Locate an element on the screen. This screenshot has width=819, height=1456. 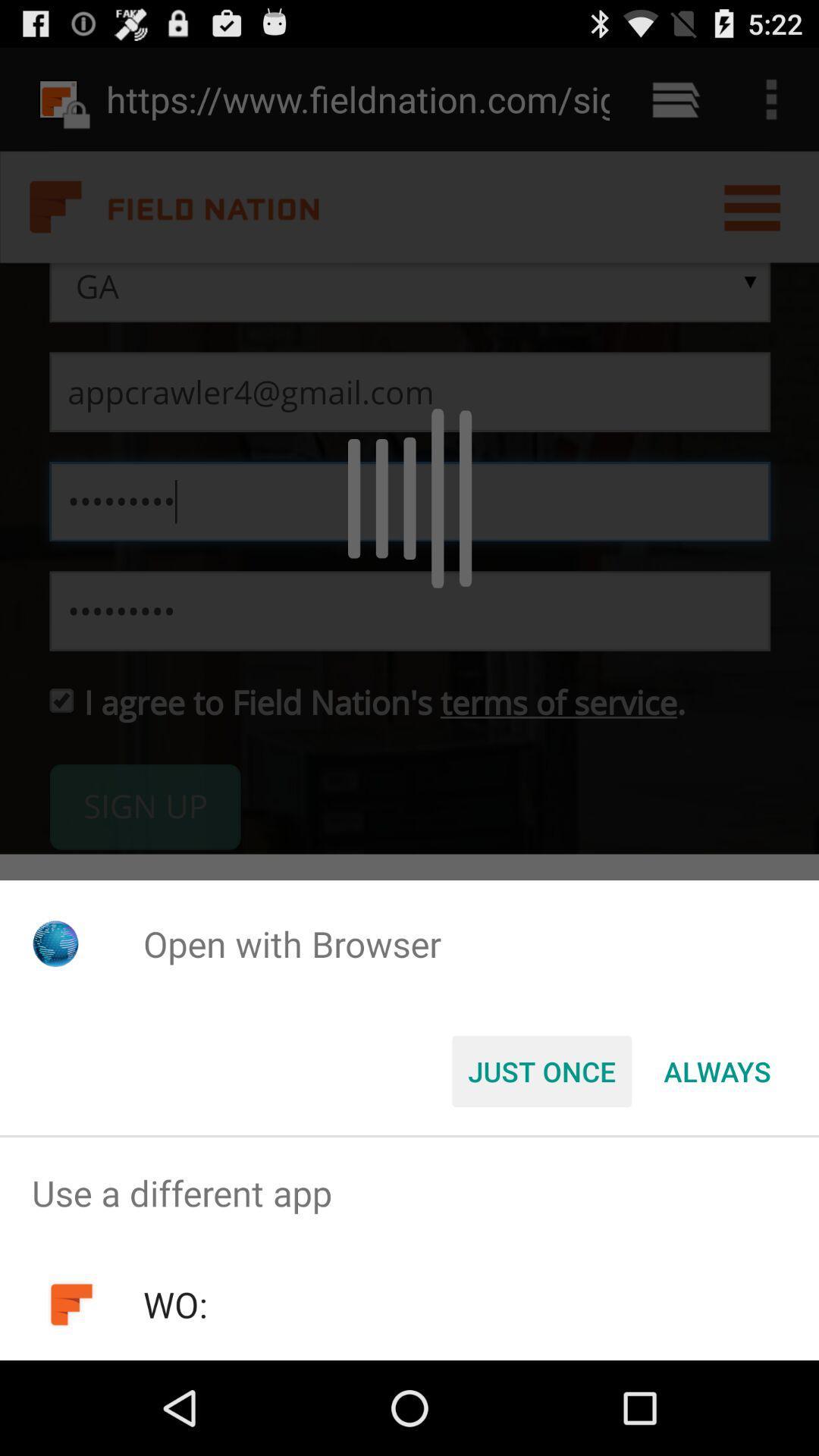
icon below the open with browser icon is located at coordinates (717, 1070).